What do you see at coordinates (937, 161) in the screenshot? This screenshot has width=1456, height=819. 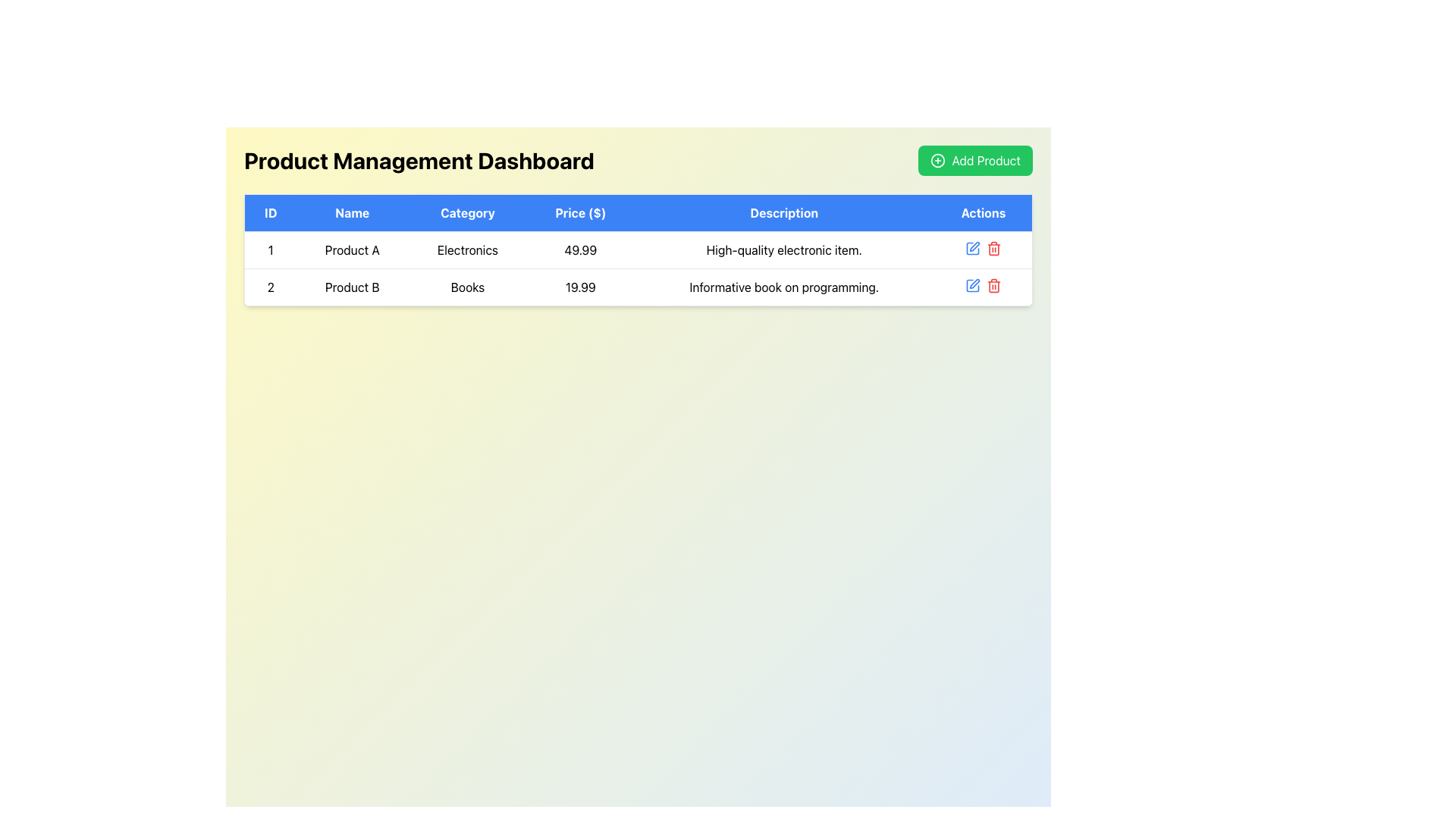 I see `the circular '+' icon located within the green 'Add Product' button in the top-right corner of the interface` at bounding box center [937, 161].